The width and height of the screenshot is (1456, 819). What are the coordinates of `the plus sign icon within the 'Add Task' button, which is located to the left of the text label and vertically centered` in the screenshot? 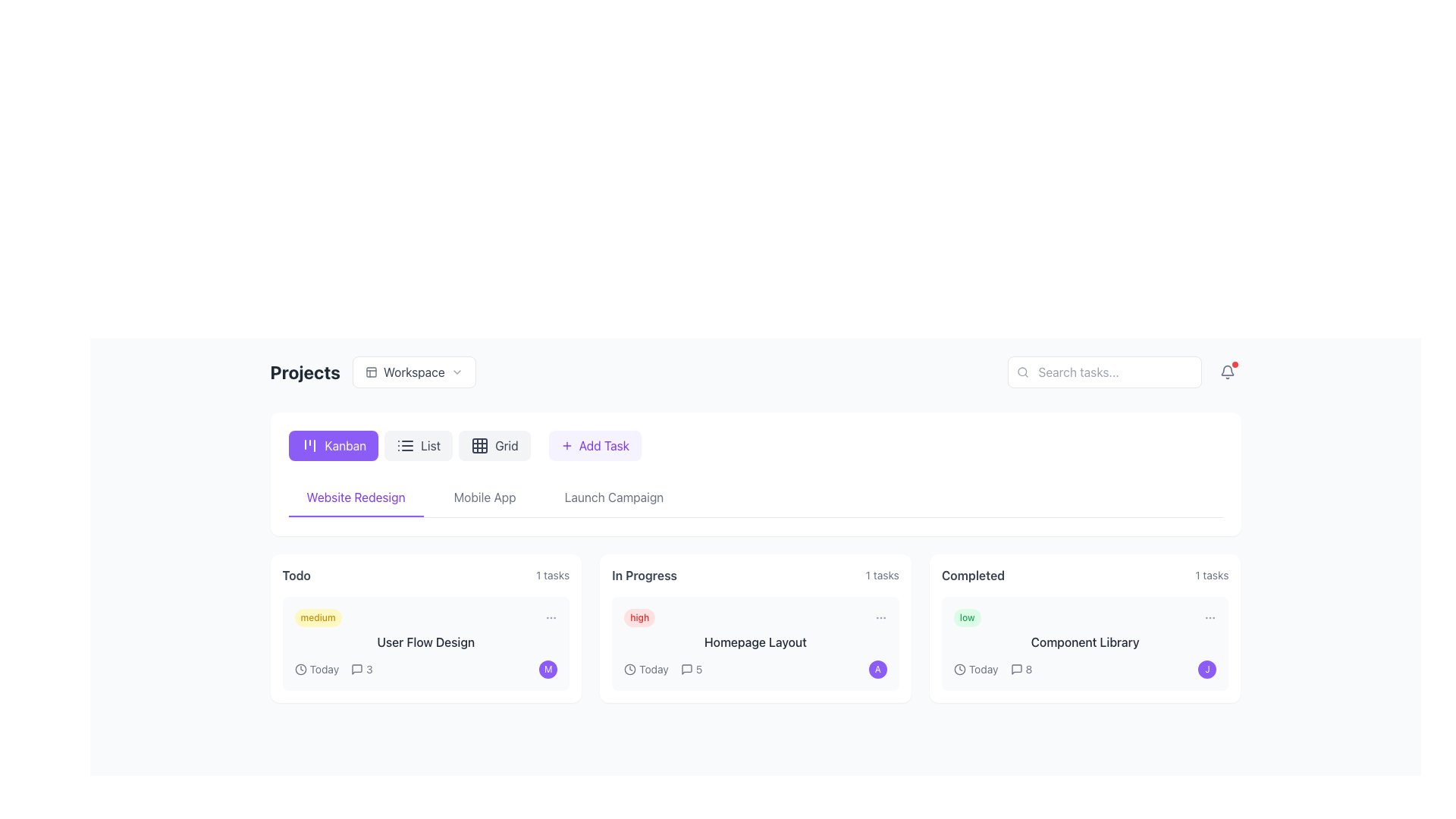 It's located at (566, 444).